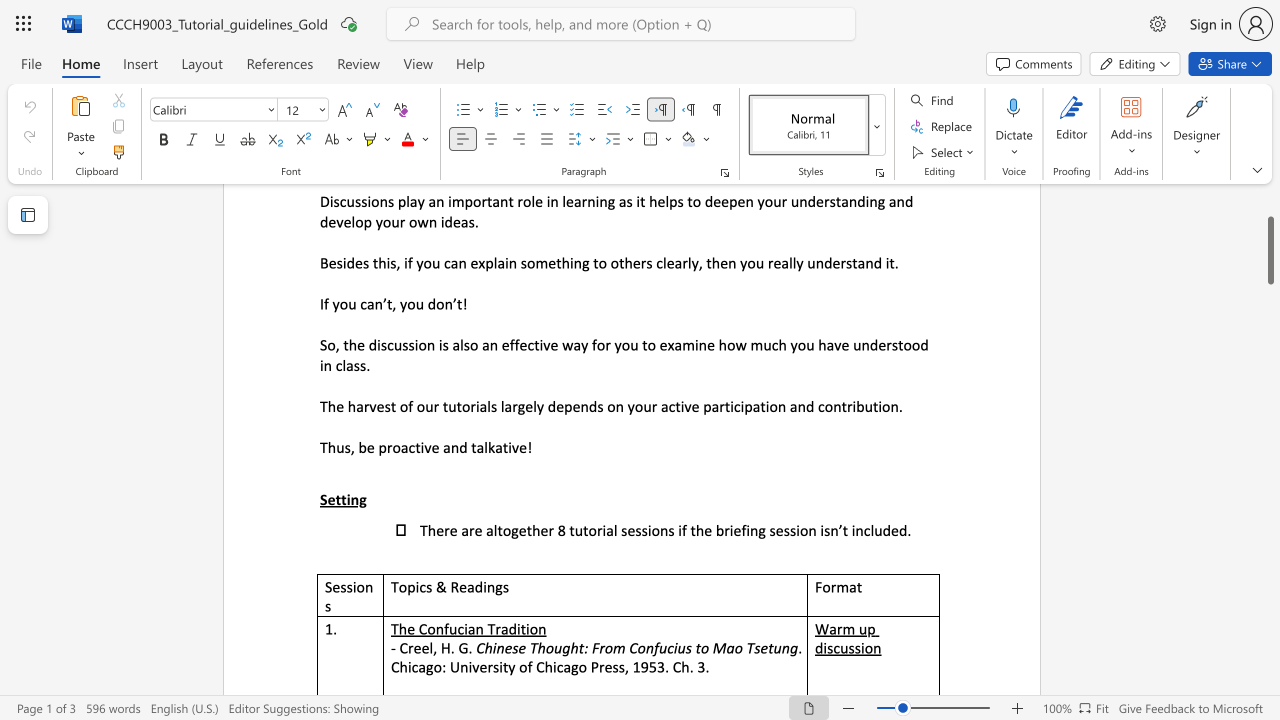  I want to click on the scrollbar and move down 1160 pixels, so click(1269, 249).